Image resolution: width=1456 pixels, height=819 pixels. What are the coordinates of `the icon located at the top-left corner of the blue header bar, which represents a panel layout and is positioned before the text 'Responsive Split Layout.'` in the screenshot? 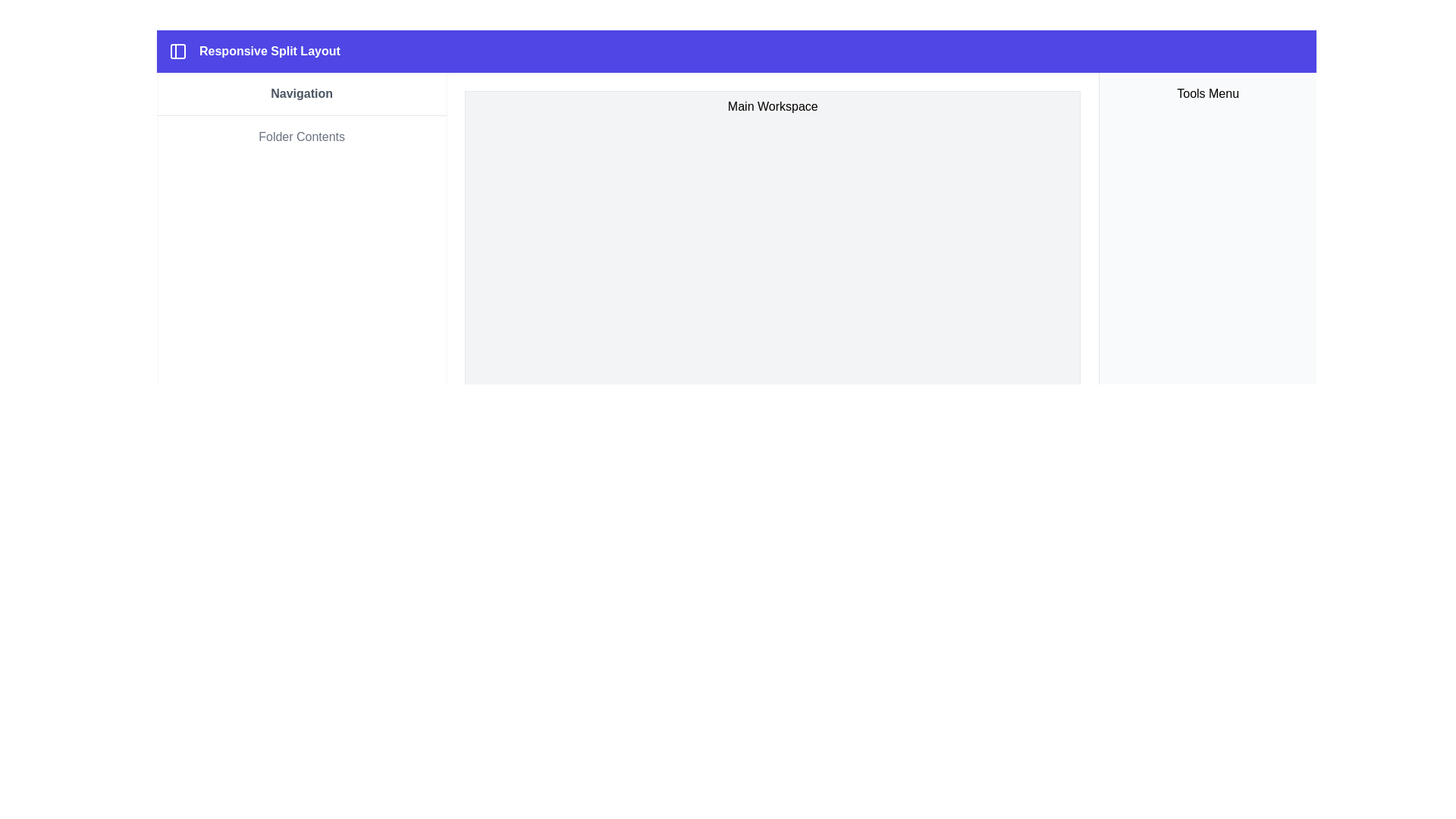 It's located at (178, 51).